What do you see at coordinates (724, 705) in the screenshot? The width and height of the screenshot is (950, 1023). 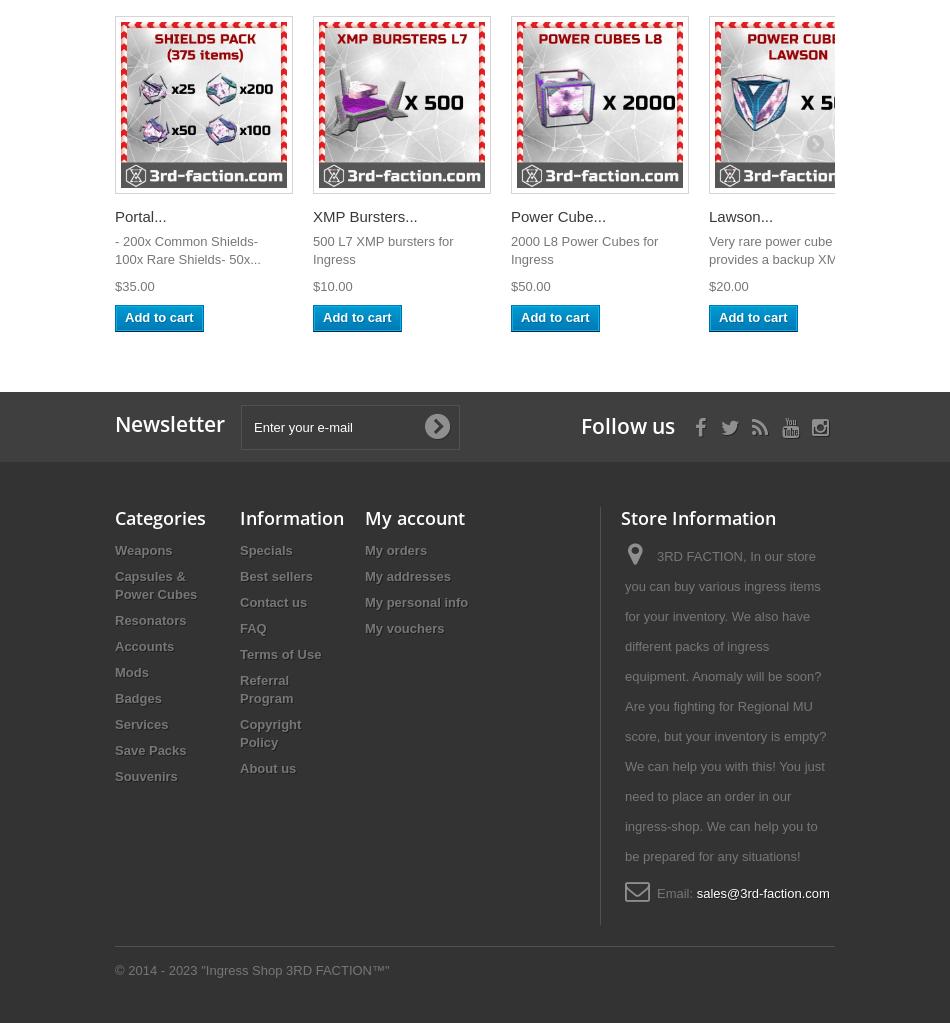 I see `'3RD FACTION, In our store you can buy various ingress items for your inventory. We also have different packs of ingress equipment. Anomaly will be soon? Are you fighting for Regional MU score, but your inventory is empty? We can help you with this! You just need to place an order in our ingress-shop. We can help you to be prepared for any situations!'` at bounding box center [724, 705].